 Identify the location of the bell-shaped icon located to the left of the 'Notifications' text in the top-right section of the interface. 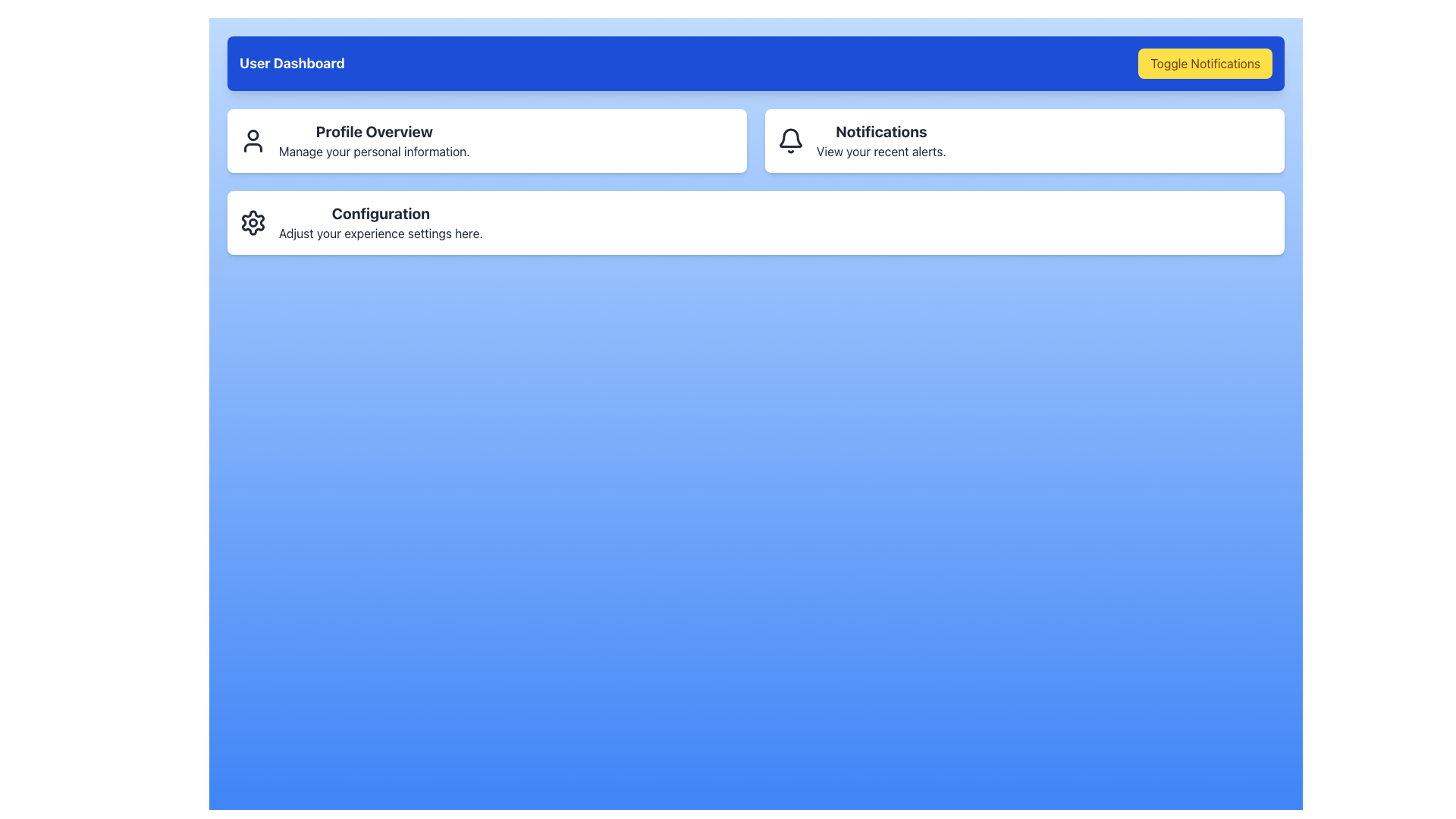
(789, 140).